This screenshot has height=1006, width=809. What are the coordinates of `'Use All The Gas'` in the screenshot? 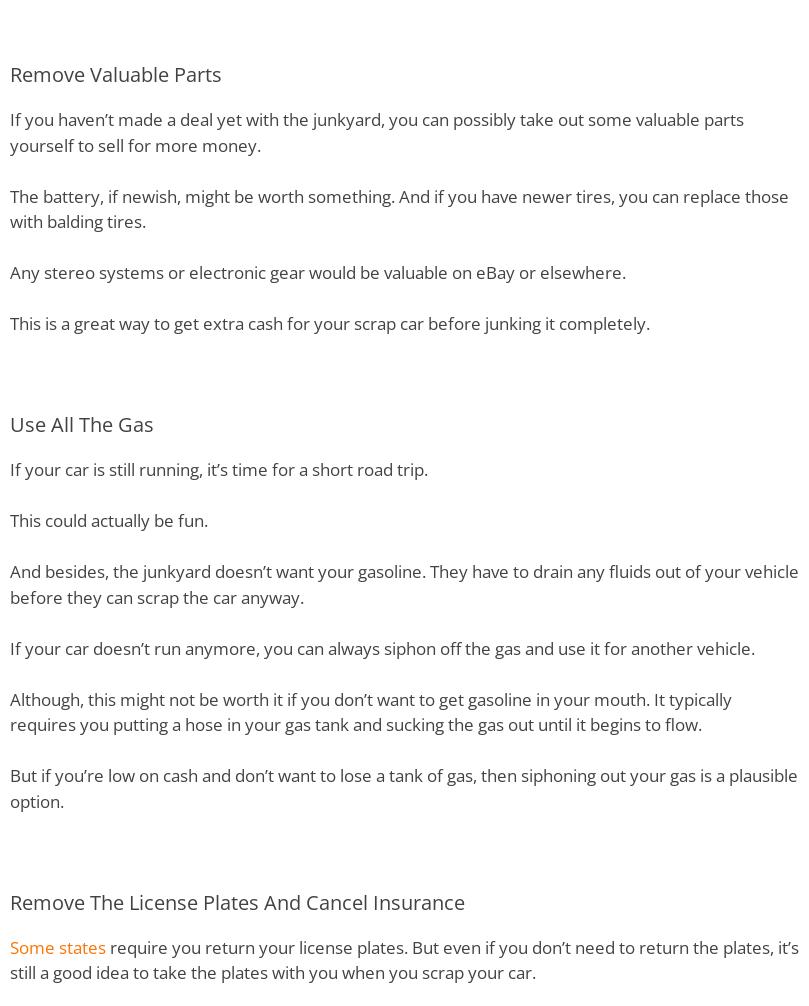 It's located at (82, 423).